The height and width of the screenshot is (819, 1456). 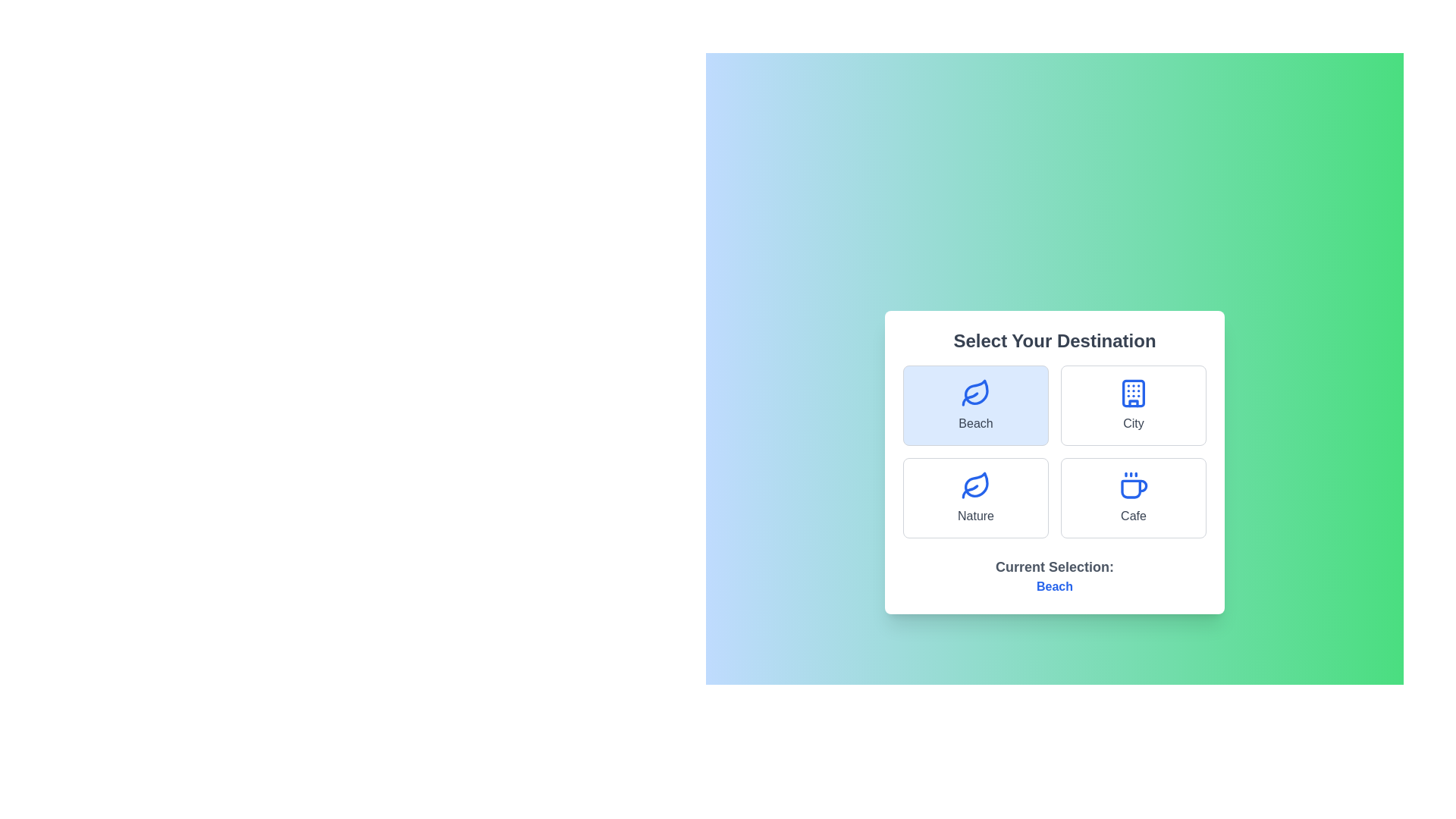 I want to click on the Nature option to select it, so click(x=975, y=497).